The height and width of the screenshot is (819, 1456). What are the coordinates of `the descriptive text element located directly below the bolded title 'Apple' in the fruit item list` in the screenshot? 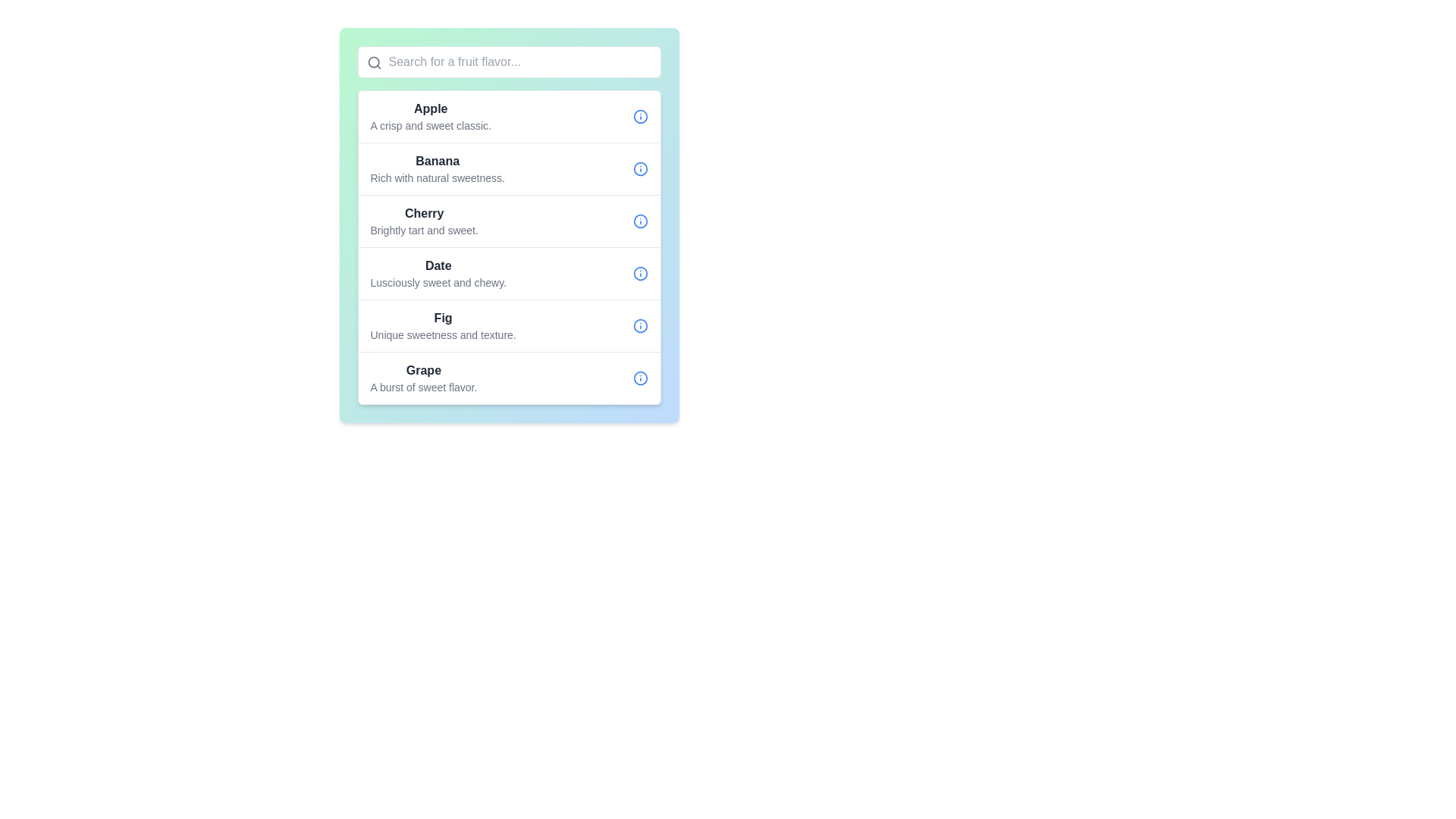 It's located at (430, 124).